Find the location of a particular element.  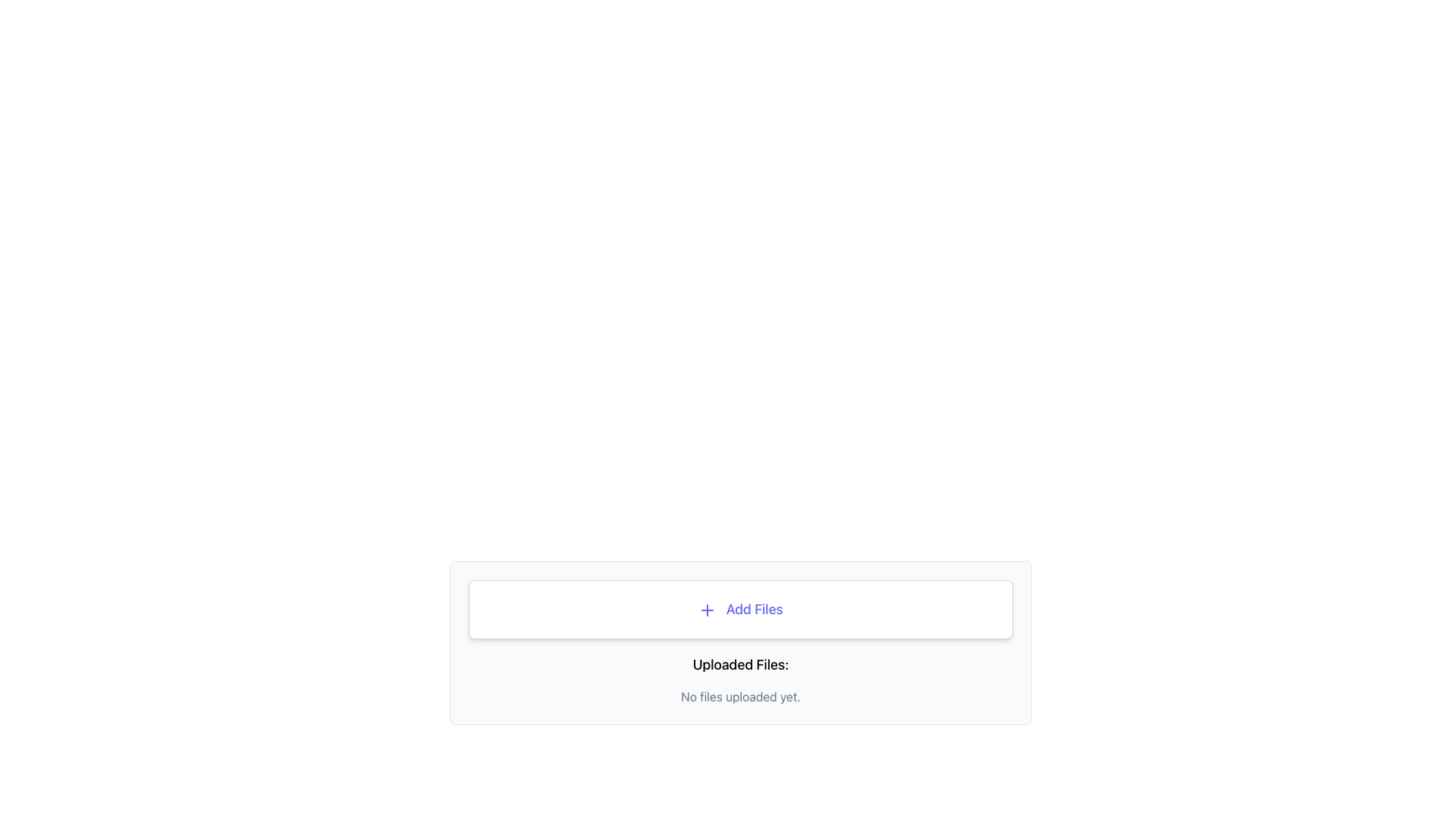

the 'Add Files' button element, which includes an indigo text and a plus icon is located at coordinates (740, 608).